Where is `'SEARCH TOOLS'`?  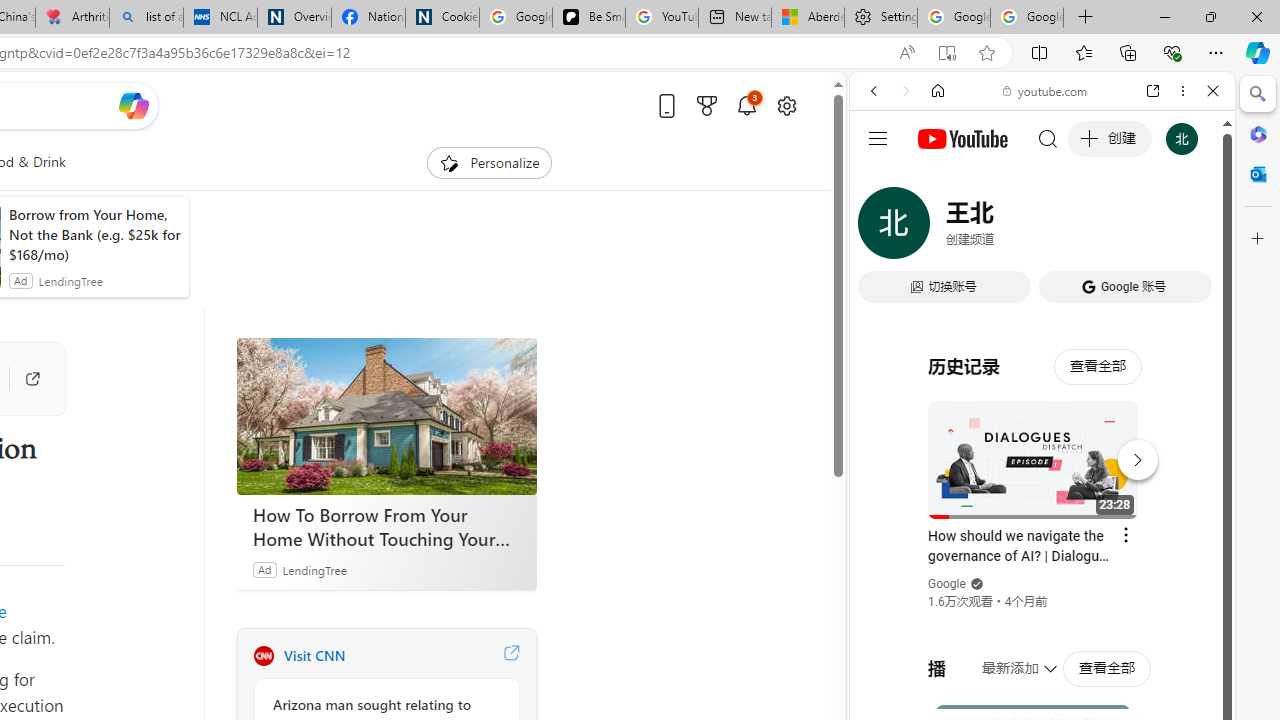
'SEARCH TOOLS' is located at coordinates (1092, 227).